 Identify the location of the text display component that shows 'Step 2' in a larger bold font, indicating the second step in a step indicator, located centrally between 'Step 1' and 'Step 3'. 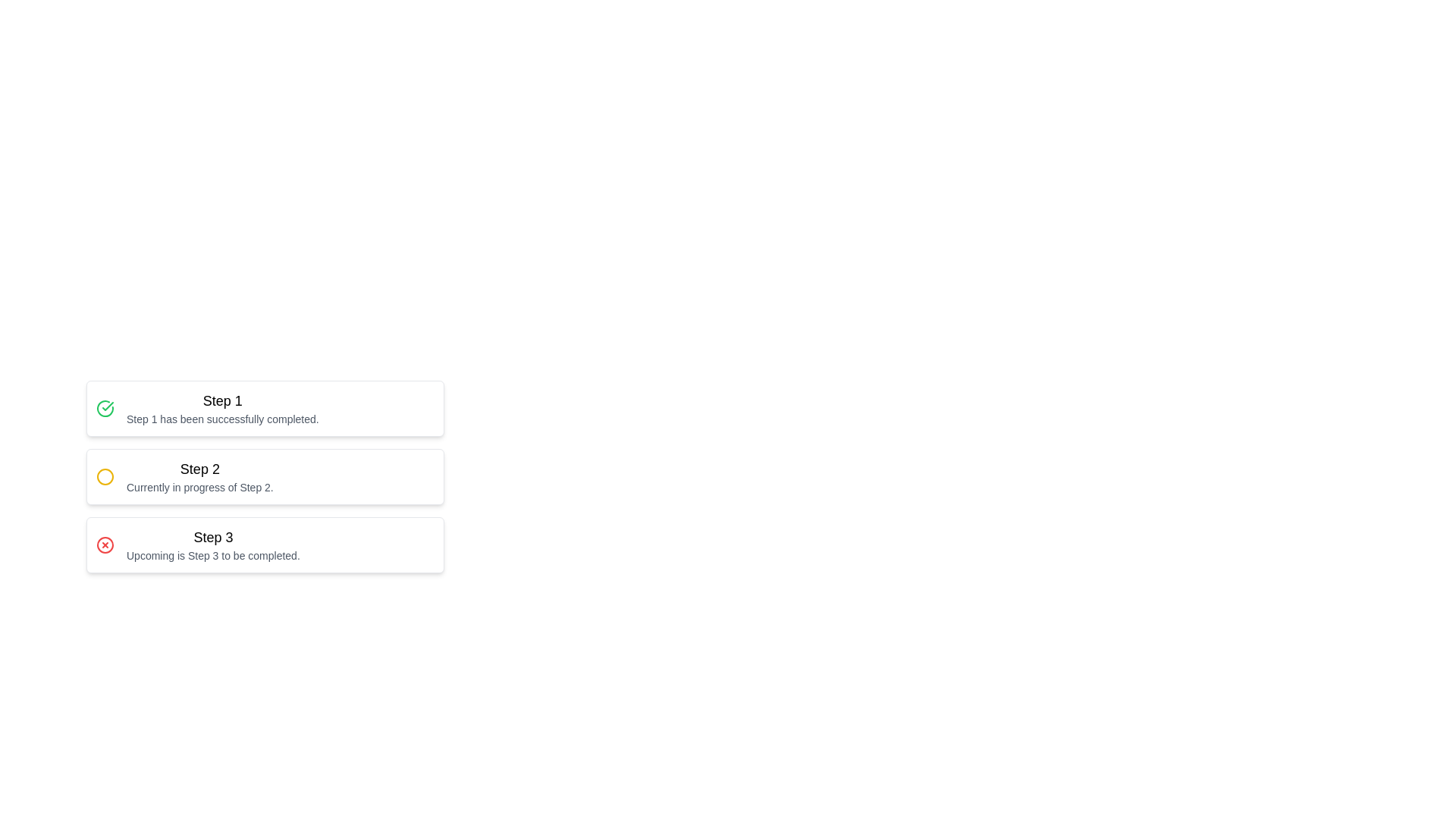
(199, 475).